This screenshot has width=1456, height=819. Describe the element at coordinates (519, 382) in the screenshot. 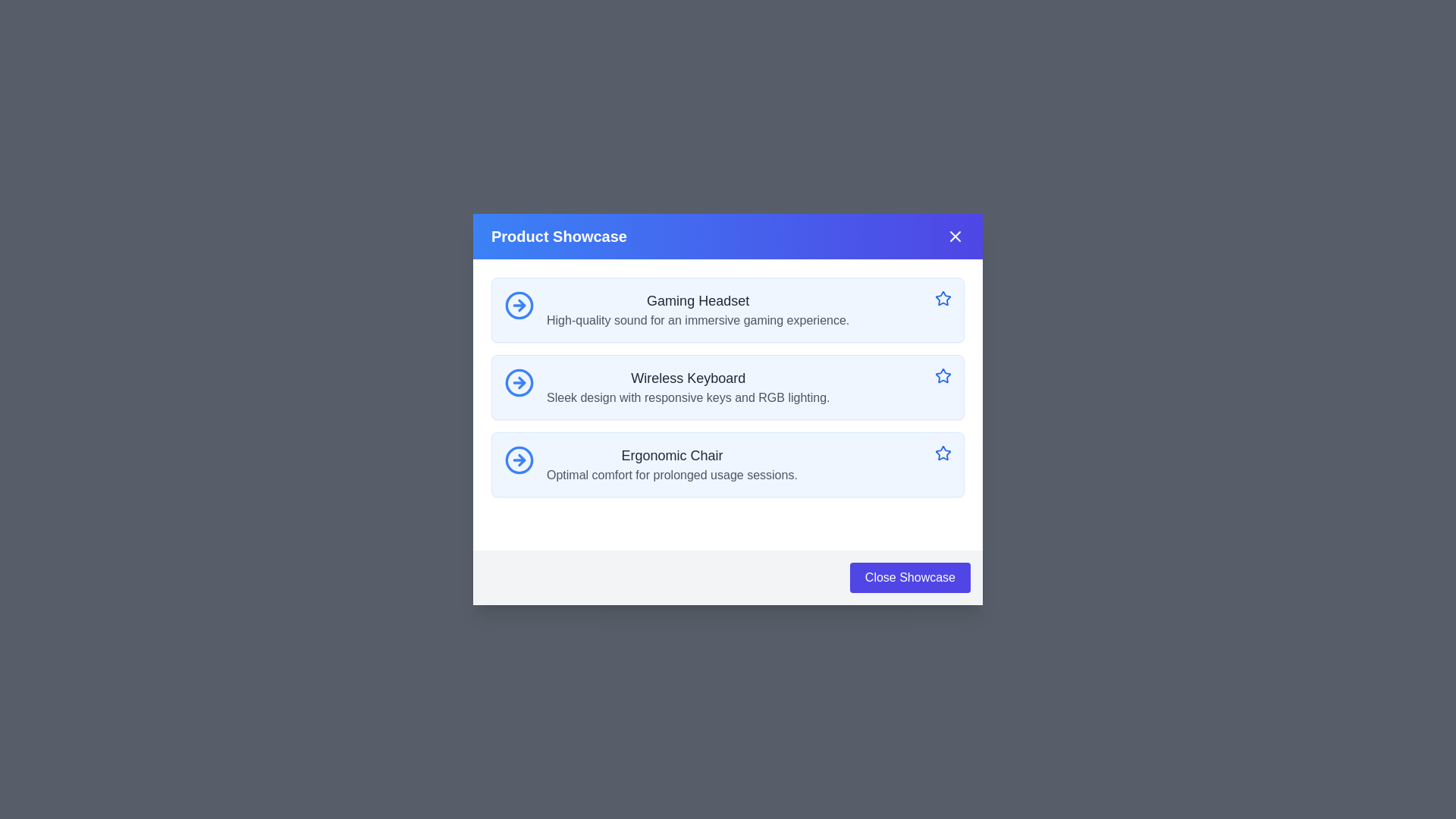

I see `the navigation icon for the 'Wireless Keyboard' product, which is located towards the left part of its list item, beside the product title and description` at that location.